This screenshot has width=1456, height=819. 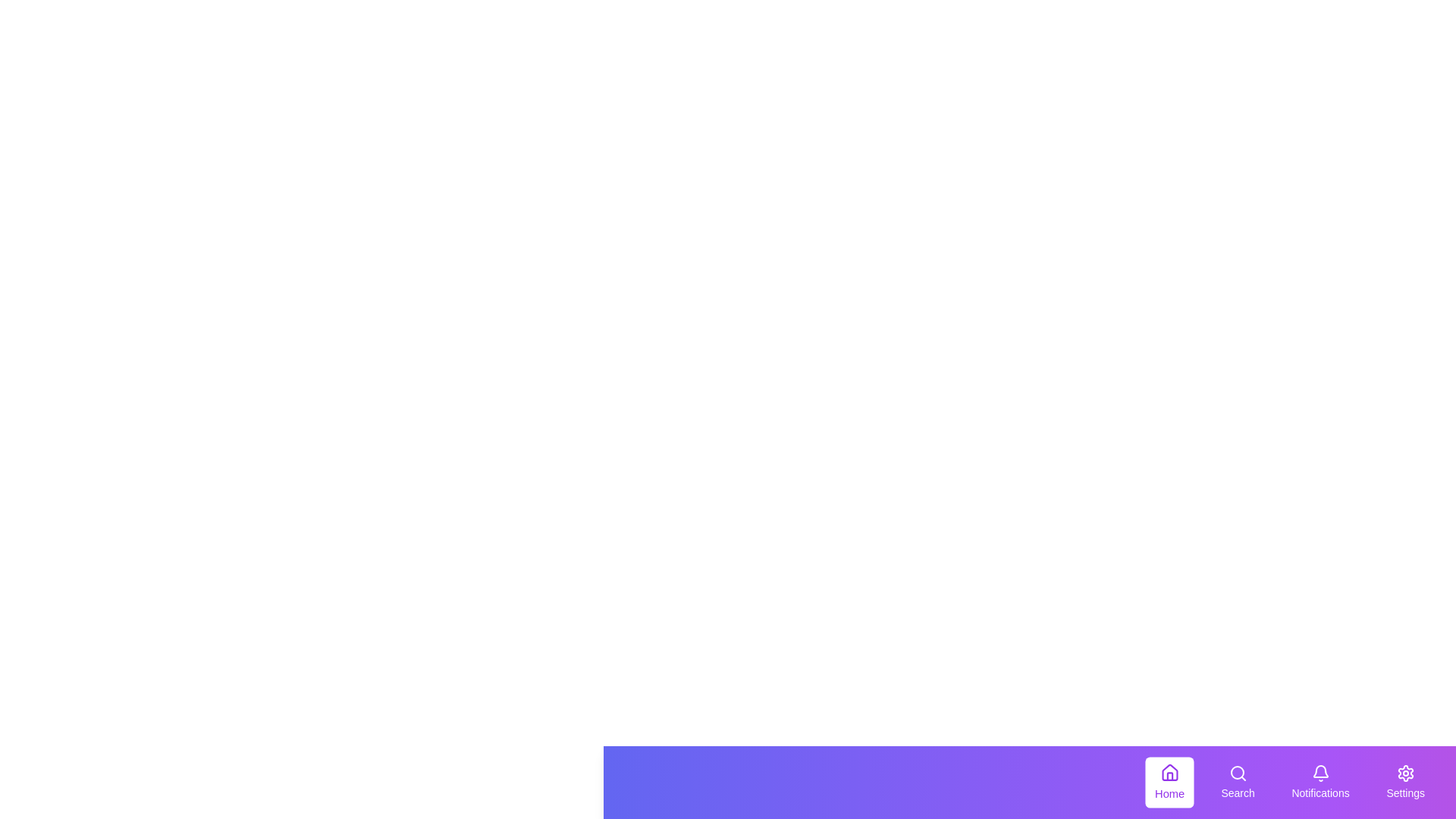 What do you see at coordinates (1404, 783) in the screenshot?
I see `the Settings tab to switch to its view` at bounding box center [1404, 783].